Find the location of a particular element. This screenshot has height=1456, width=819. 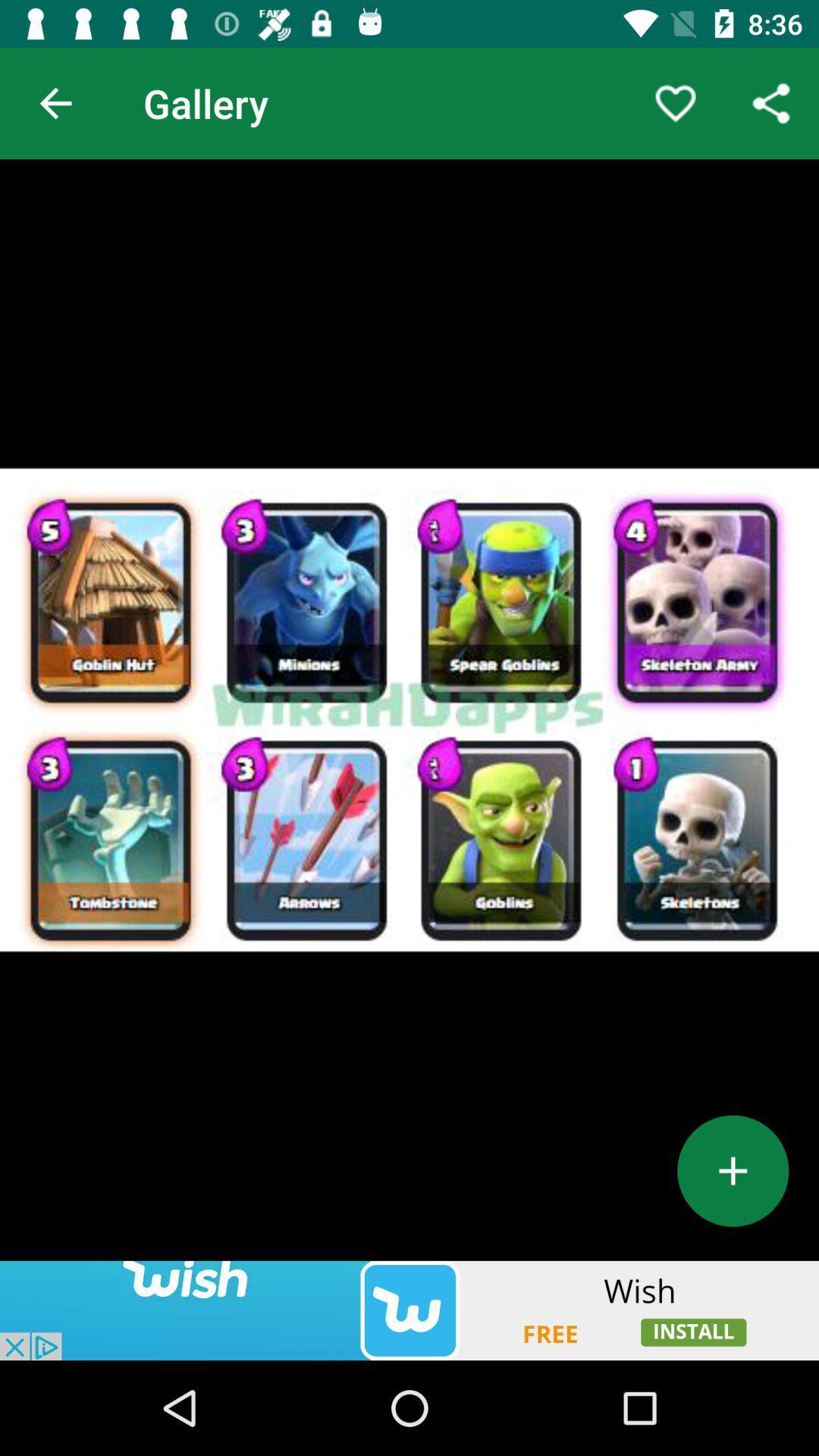

the add icon is located at coordinates (732, 1170).